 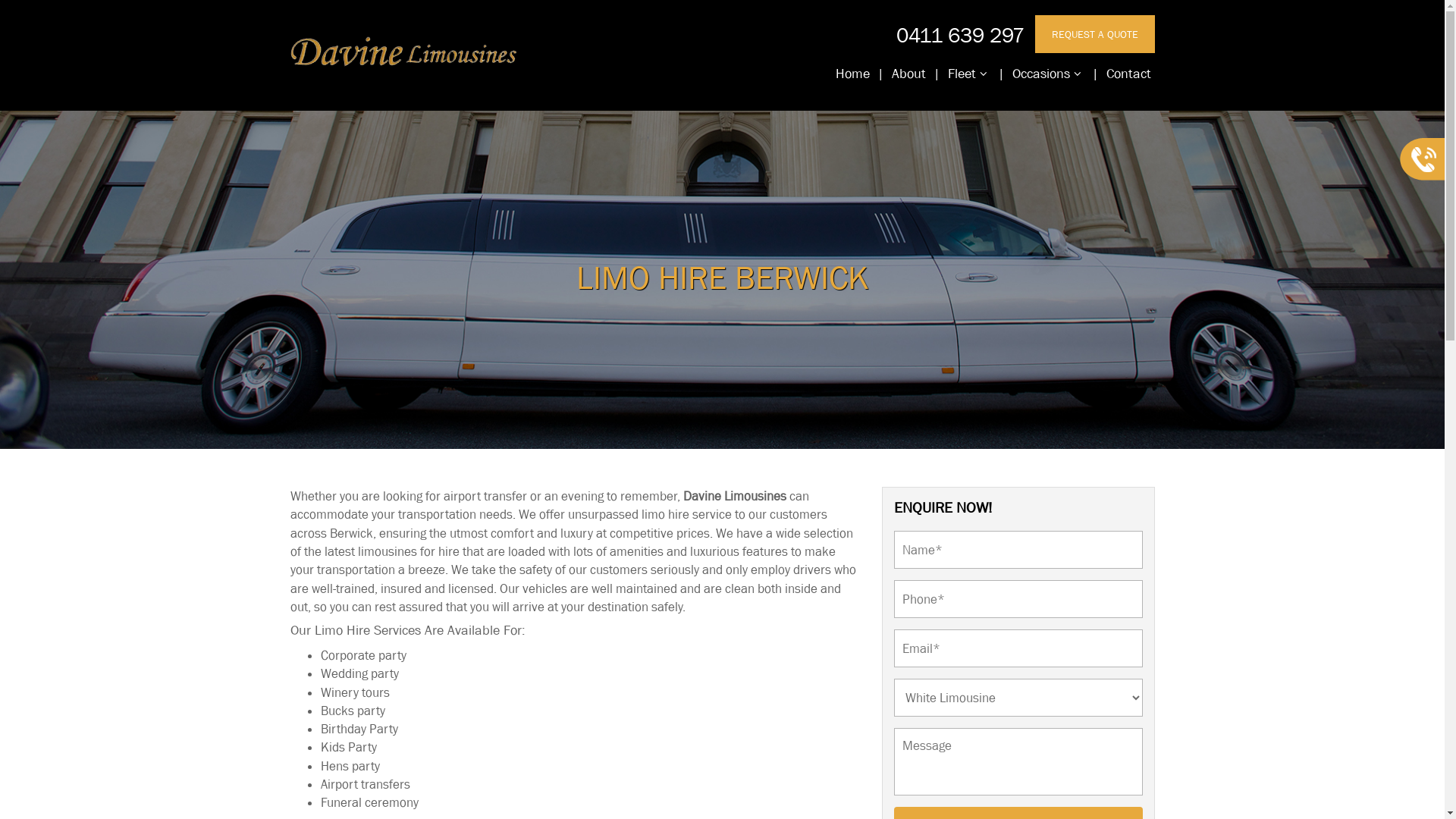 What do you see at coordinates (852, 74) in the screenshot?
I see `'Home'` at bounding box center [852, 74].